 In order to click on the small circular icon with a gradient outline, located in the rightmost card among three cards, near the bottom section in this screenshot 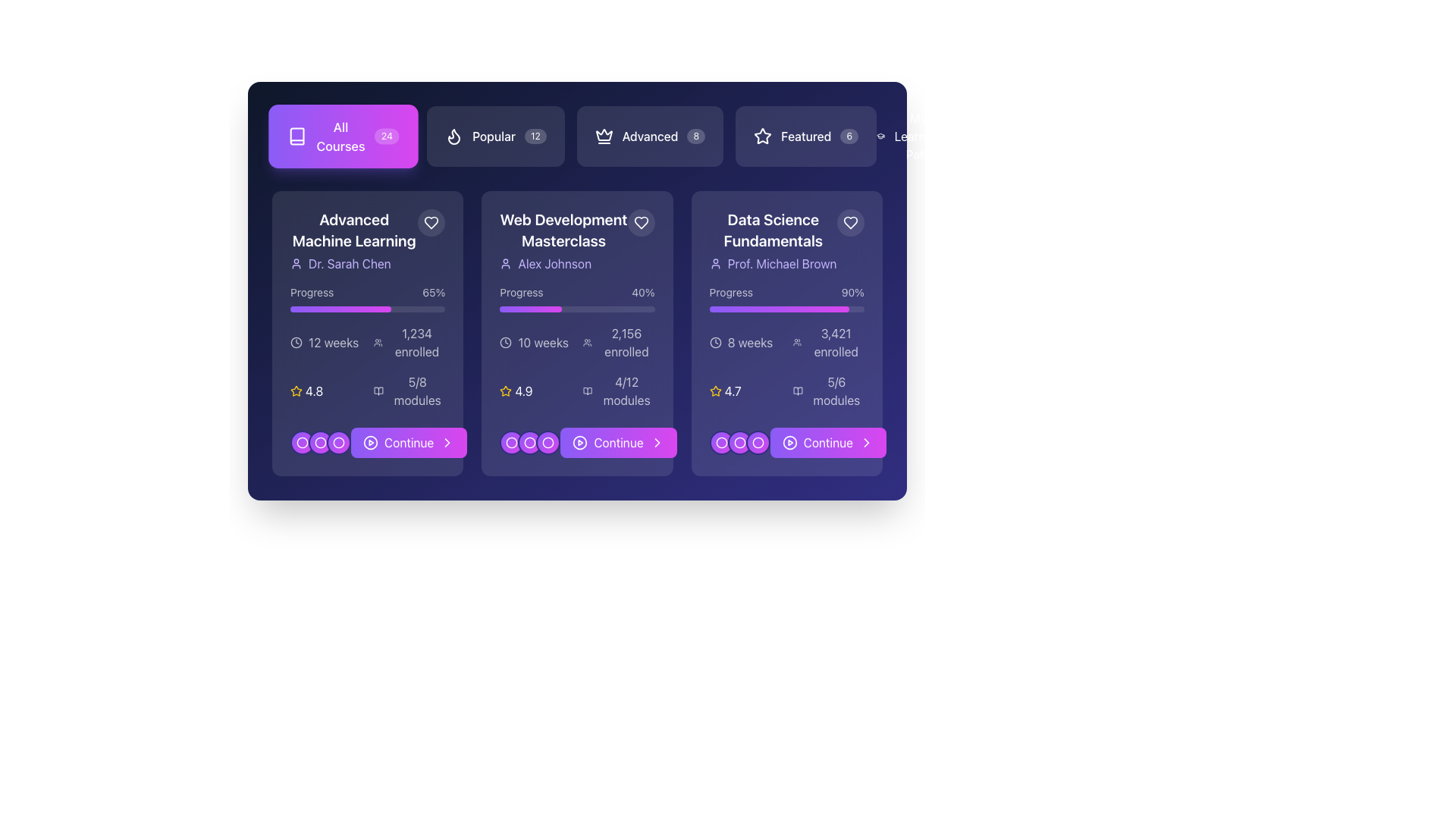, I will do `click(720, 442)`.